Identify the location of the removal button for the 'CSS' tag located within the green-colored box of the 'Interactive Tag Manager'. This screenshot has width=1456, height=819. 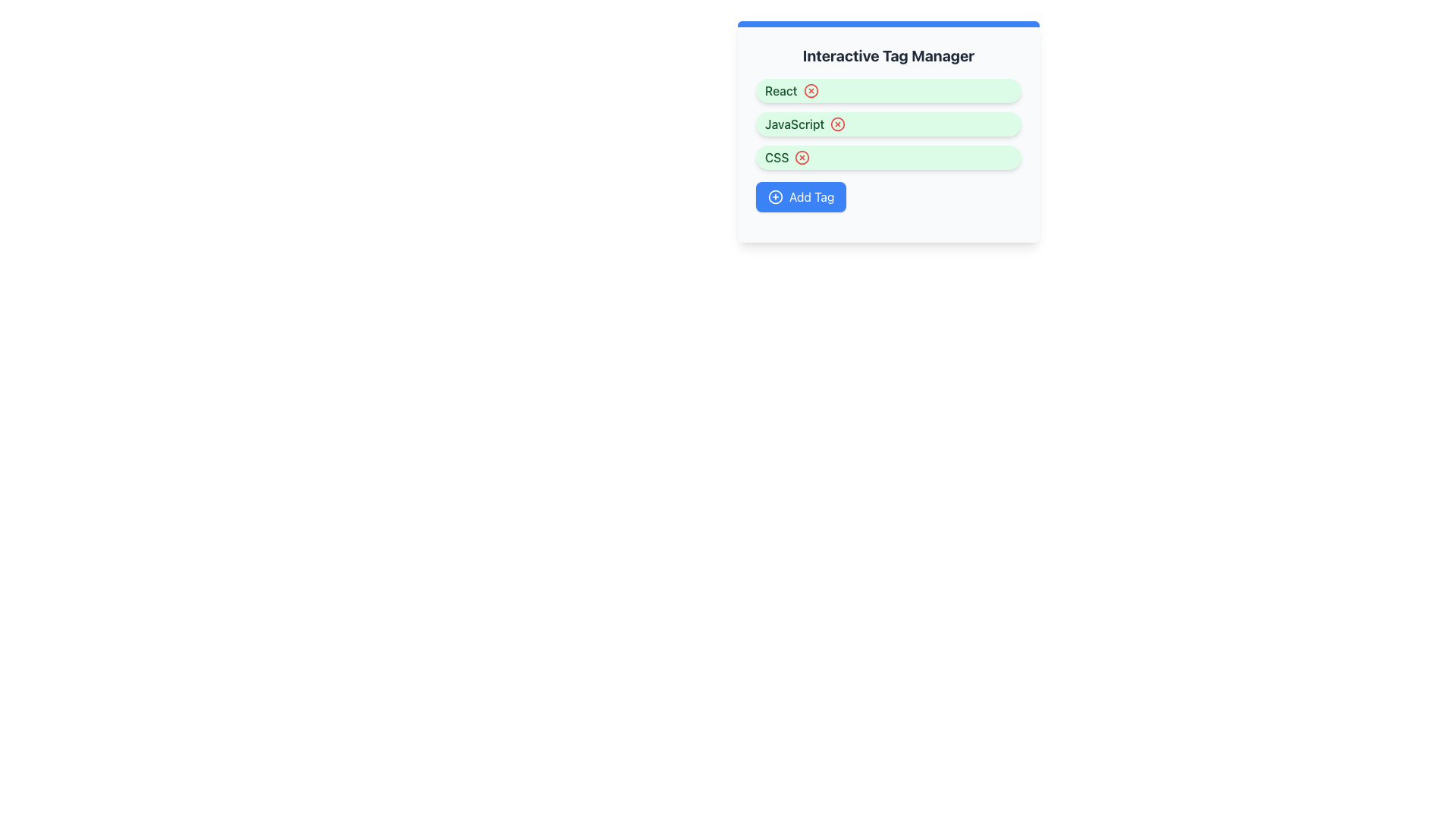
(802, 158).